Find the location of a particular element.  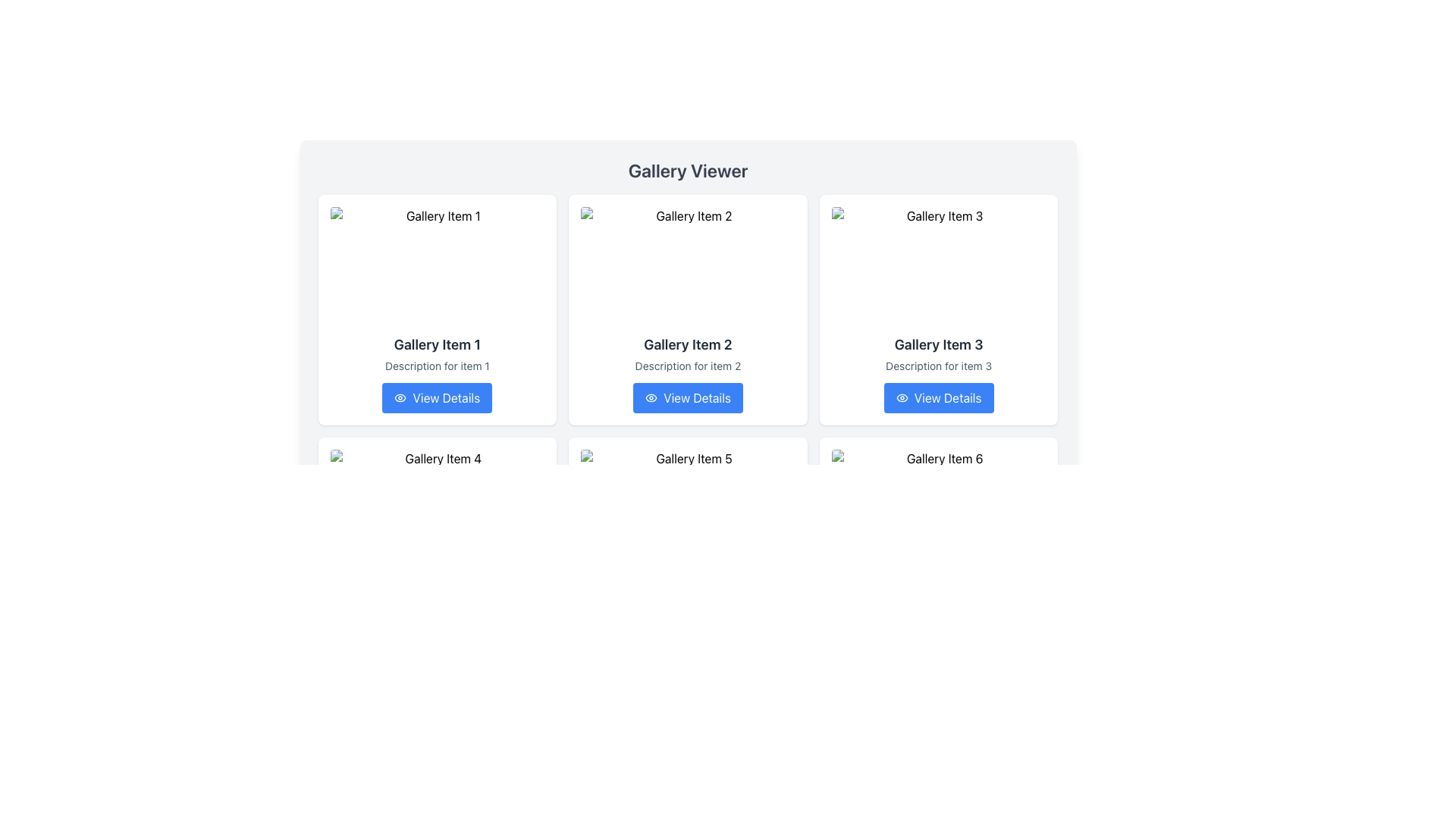

the Text Label that serves as the title for the gallery section, indicating the content below pertains to a gallery viewer is located at coordinates (687, 170).